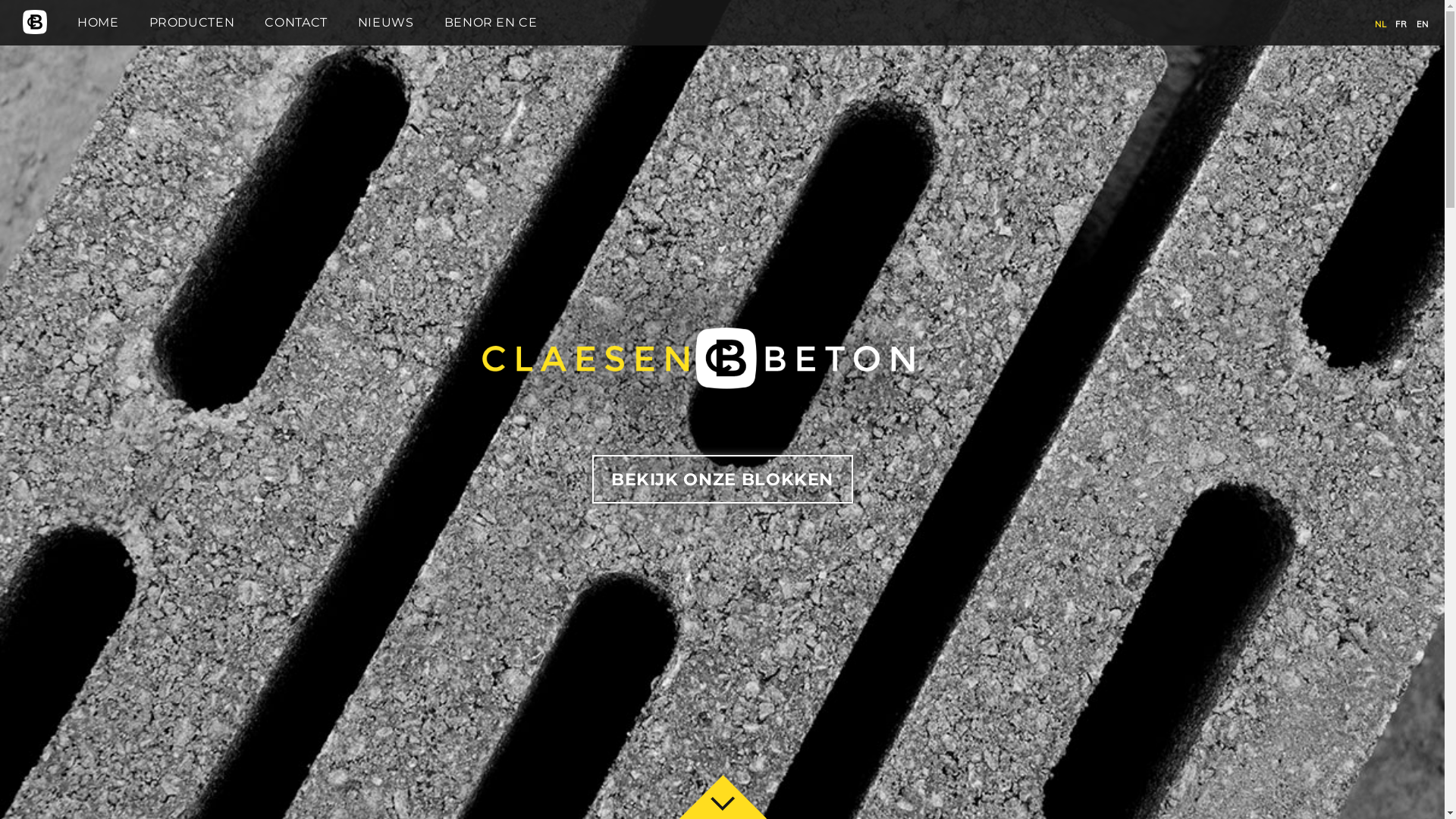 This screenshot has height=819, width=1456. Describe the element at coordinates (191, 22) in the screenshot. I see `'PRODUCTEN'` at that location.